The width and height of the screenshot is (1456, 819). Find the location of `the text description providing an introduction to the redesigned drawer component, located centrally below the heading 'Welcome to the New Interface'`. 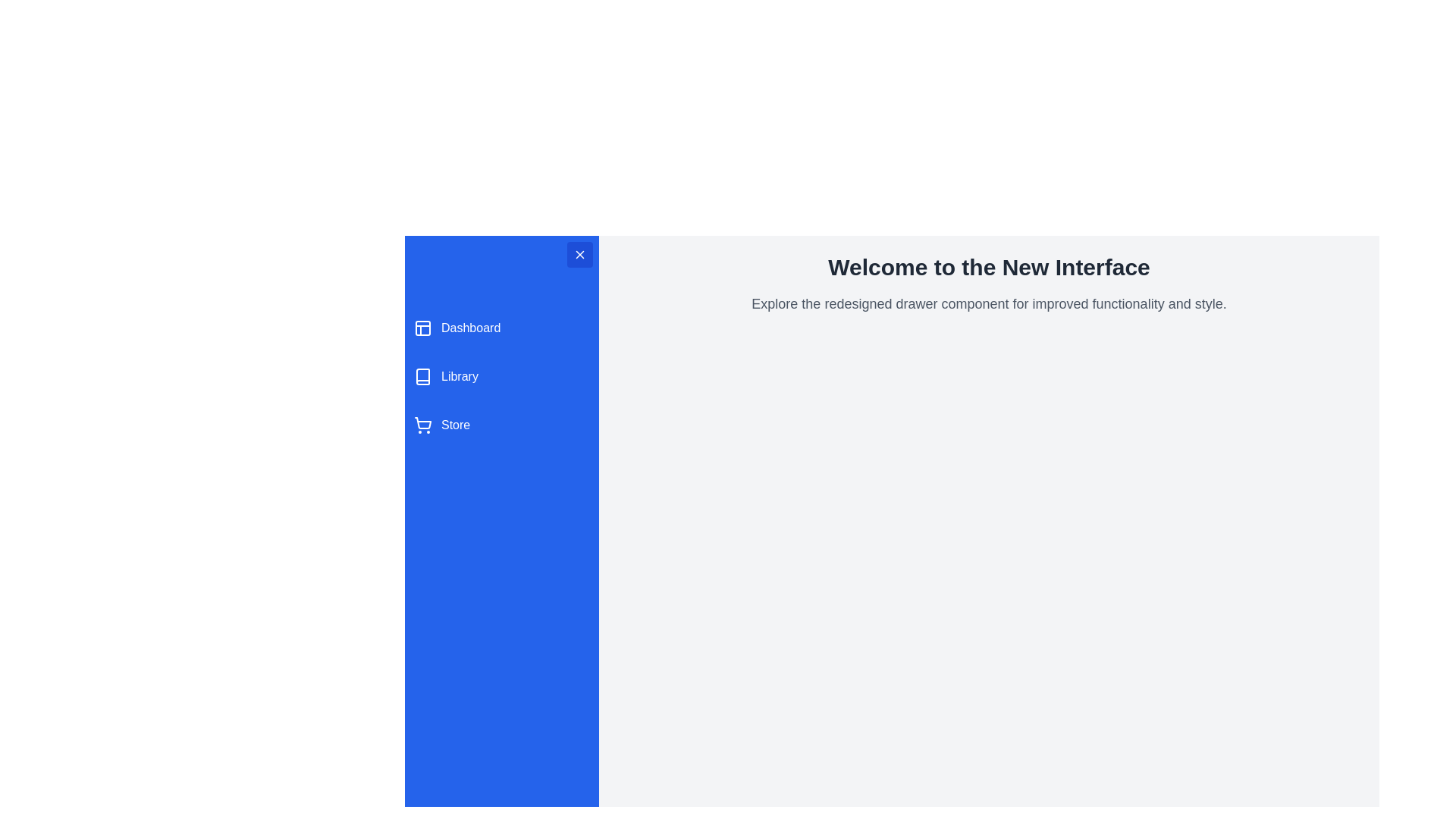

the text description providing an introduction to the redesigned drawer component, located centrally below the heading 'Welcome to the New Interface' is located at coordinates (989, 304).